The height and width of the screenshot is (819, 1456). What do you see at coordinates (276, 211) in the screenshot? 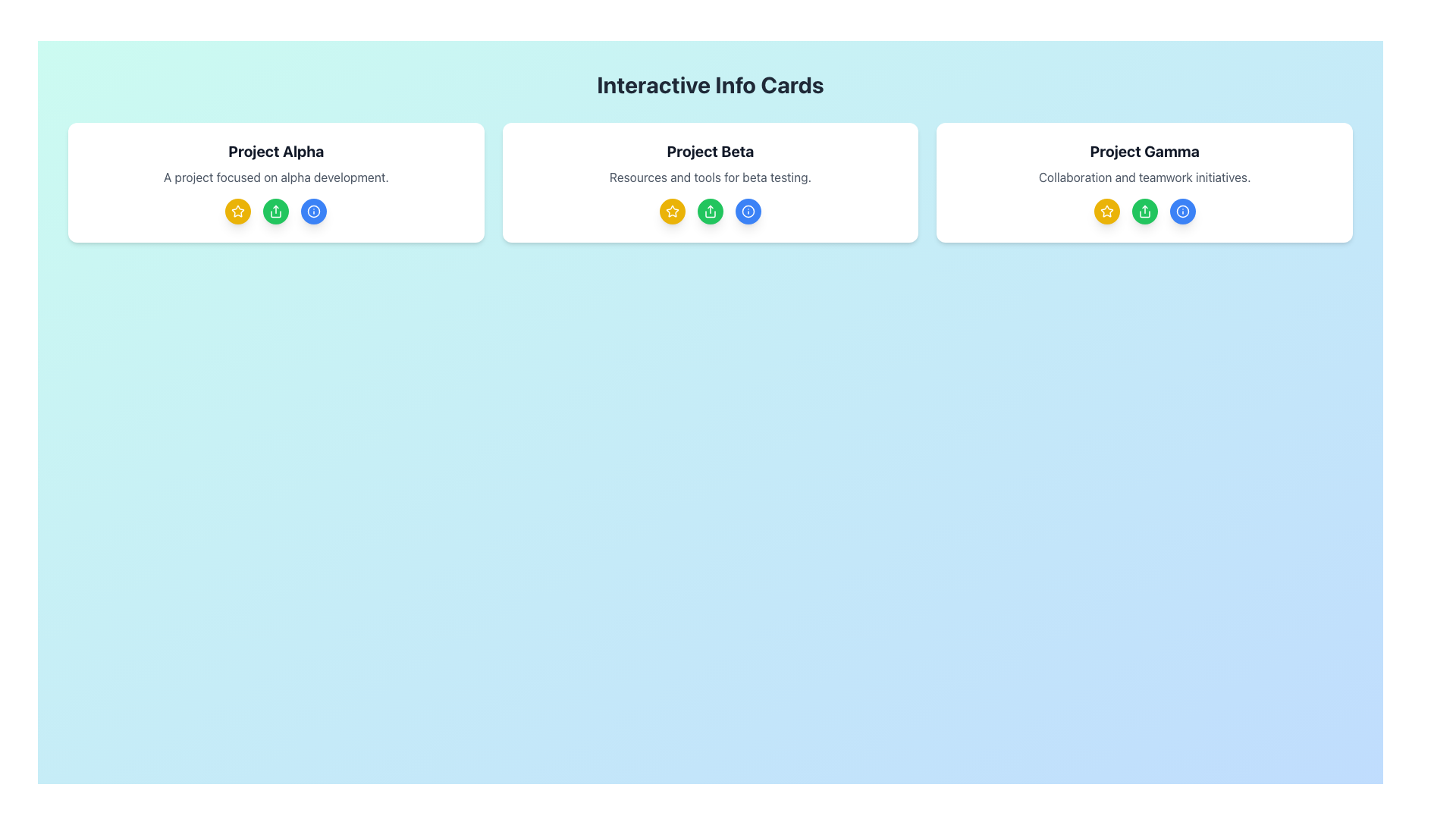
I see `the green circular icon with a white upward arrow located centrally in the bottom row of the 'Project Alpha' card` at bounding box center [276, 211].